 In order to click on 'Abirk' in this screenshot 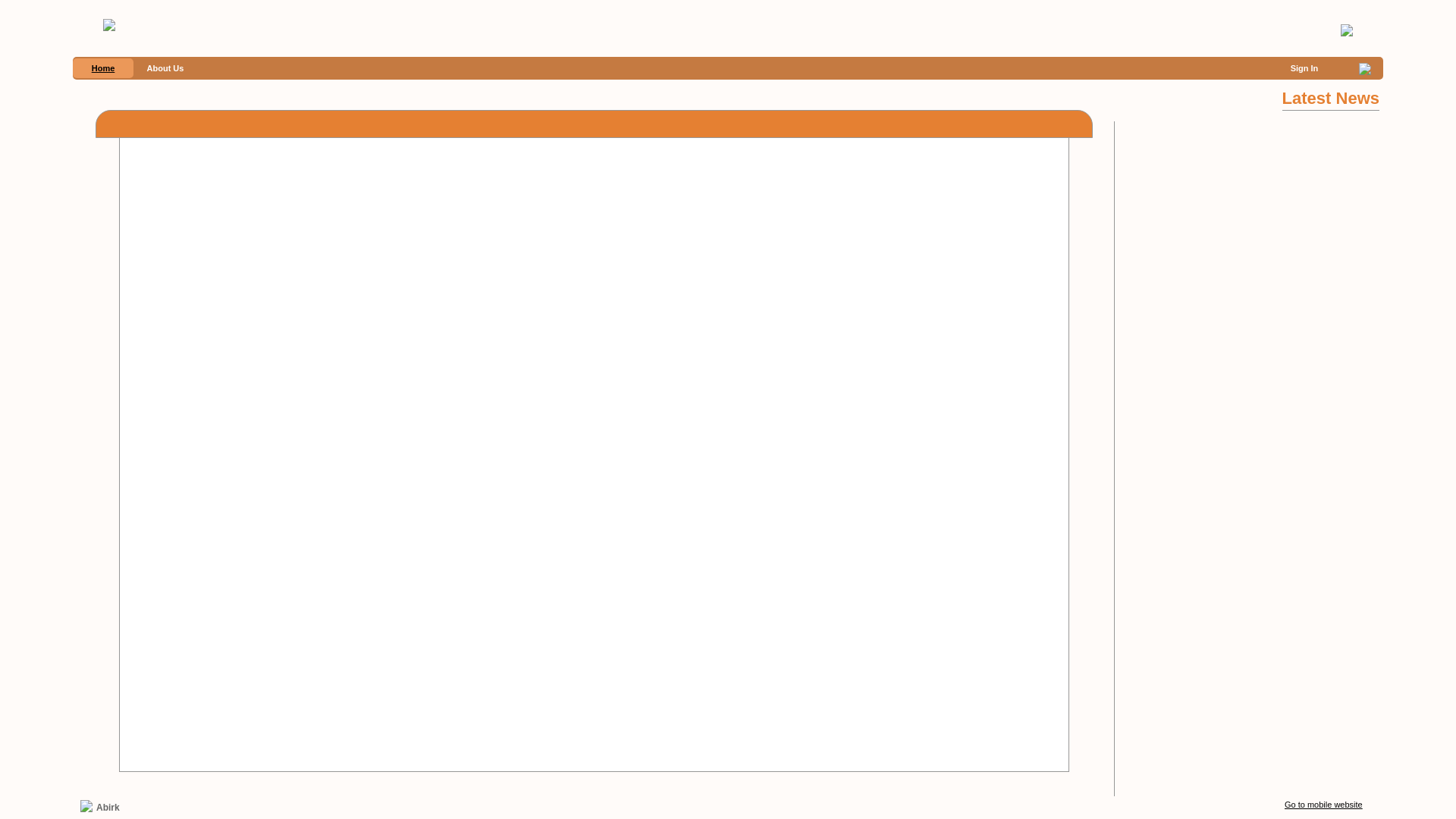, I will do `click(95, 806)`.